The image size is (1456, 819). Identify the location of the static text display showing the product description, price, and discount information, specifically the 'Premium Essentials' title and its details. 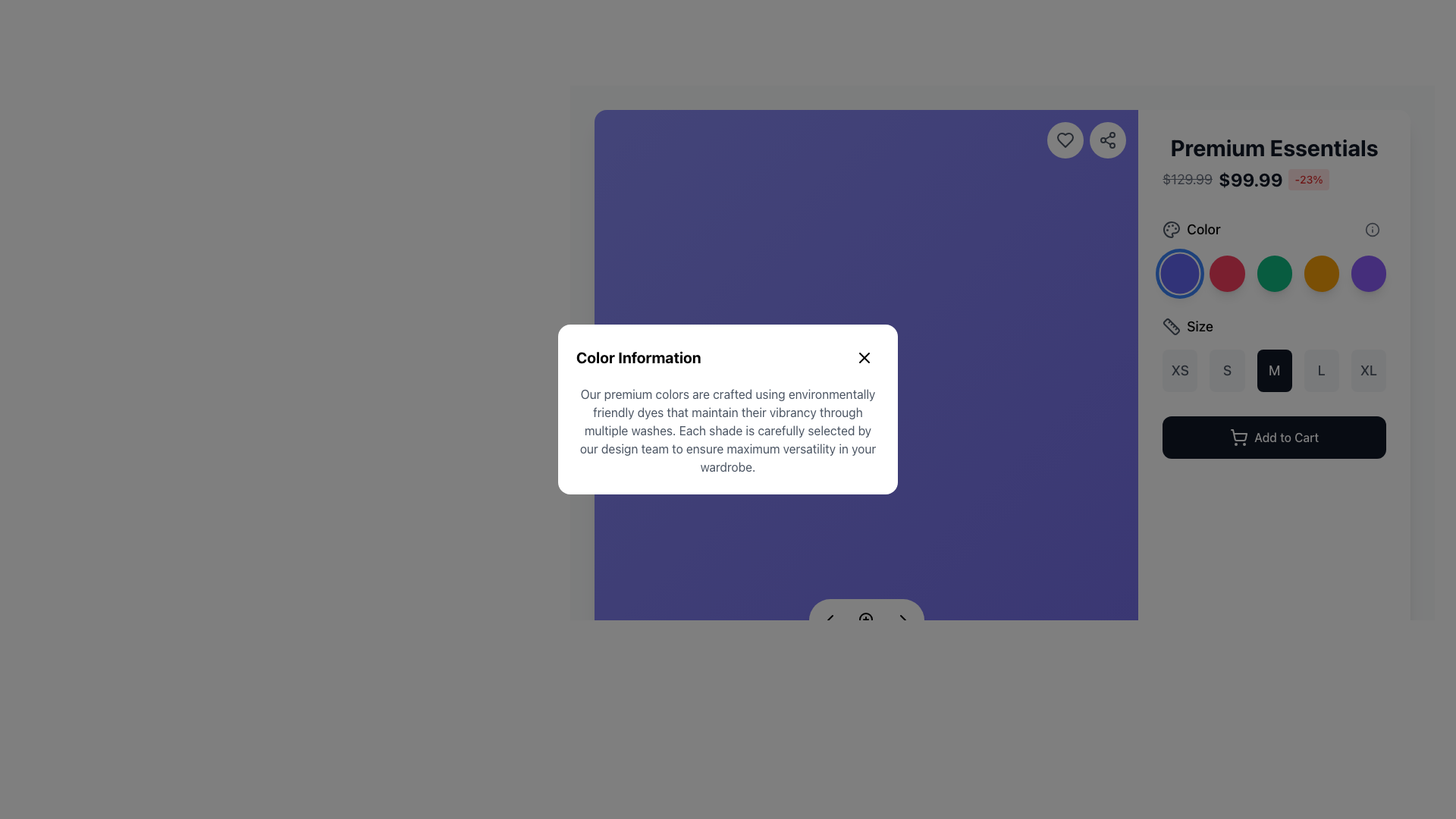
(1274, 163).